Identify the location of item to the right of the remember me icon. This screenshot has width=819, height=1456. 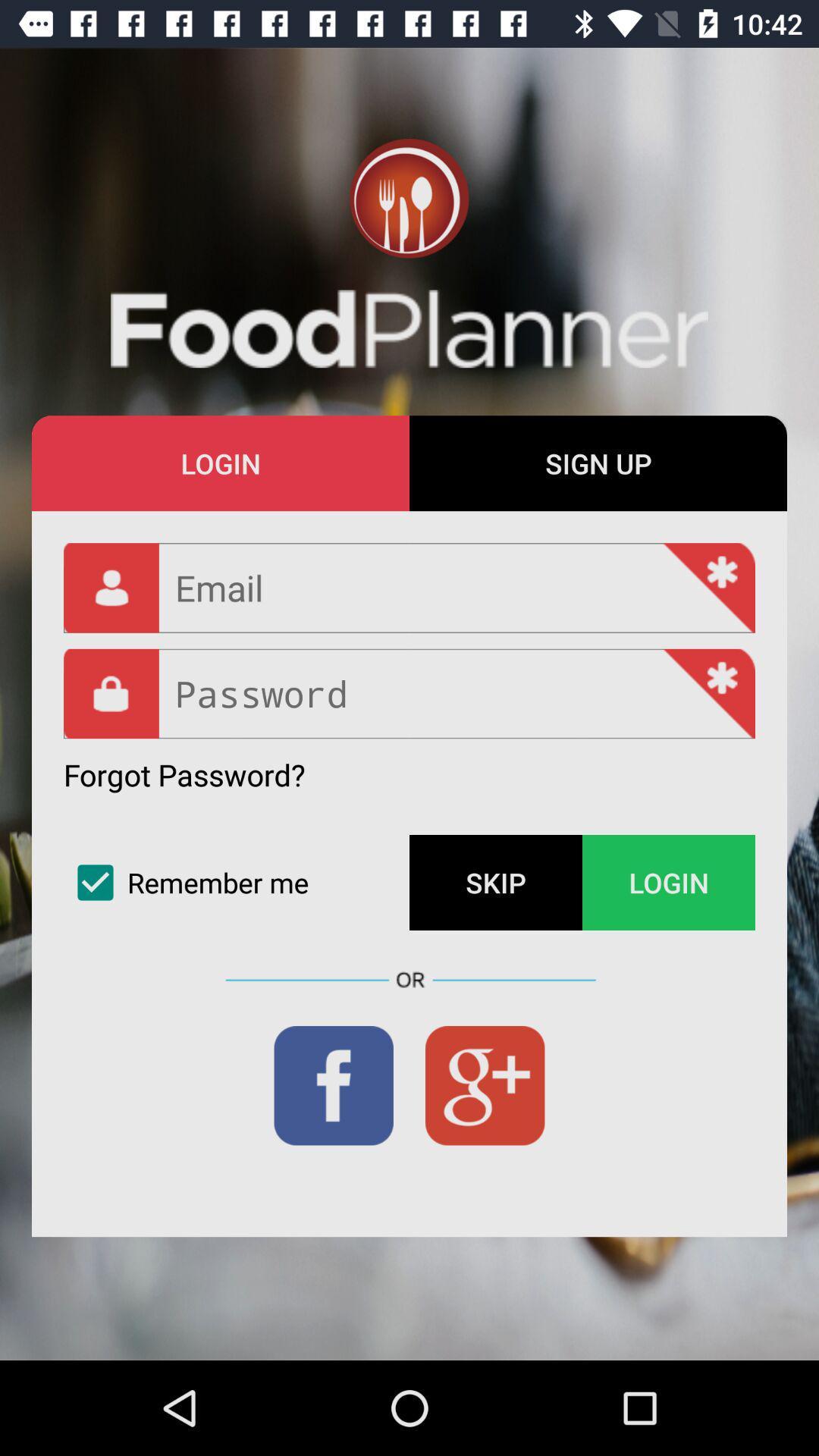
(496, 883).